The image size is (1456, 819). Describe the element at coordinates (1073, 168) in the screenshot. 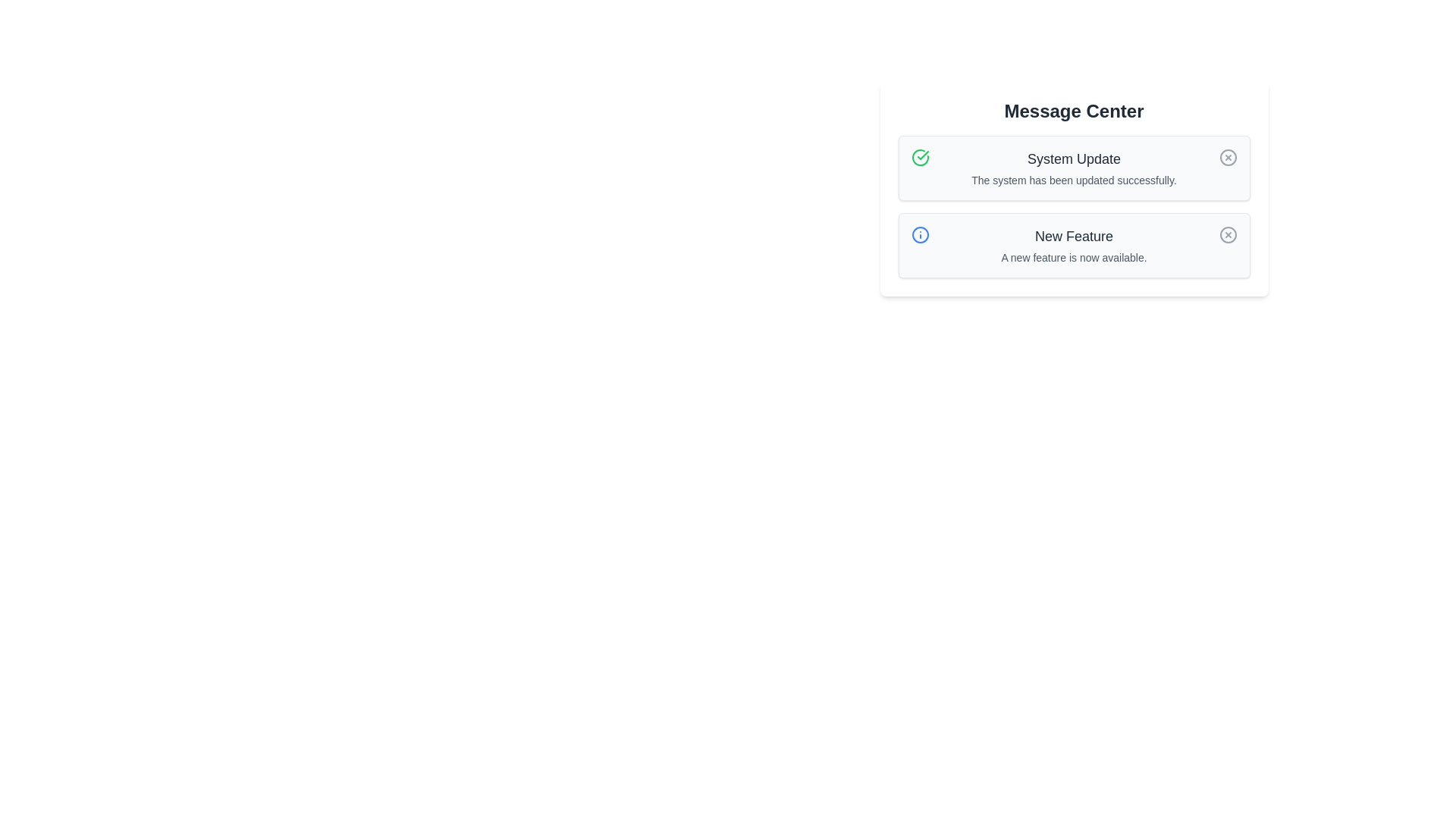

I see `the Notification card that informs the user about a successful system update, which is located at the first position in the vertically stacked list of notifications` at that location.